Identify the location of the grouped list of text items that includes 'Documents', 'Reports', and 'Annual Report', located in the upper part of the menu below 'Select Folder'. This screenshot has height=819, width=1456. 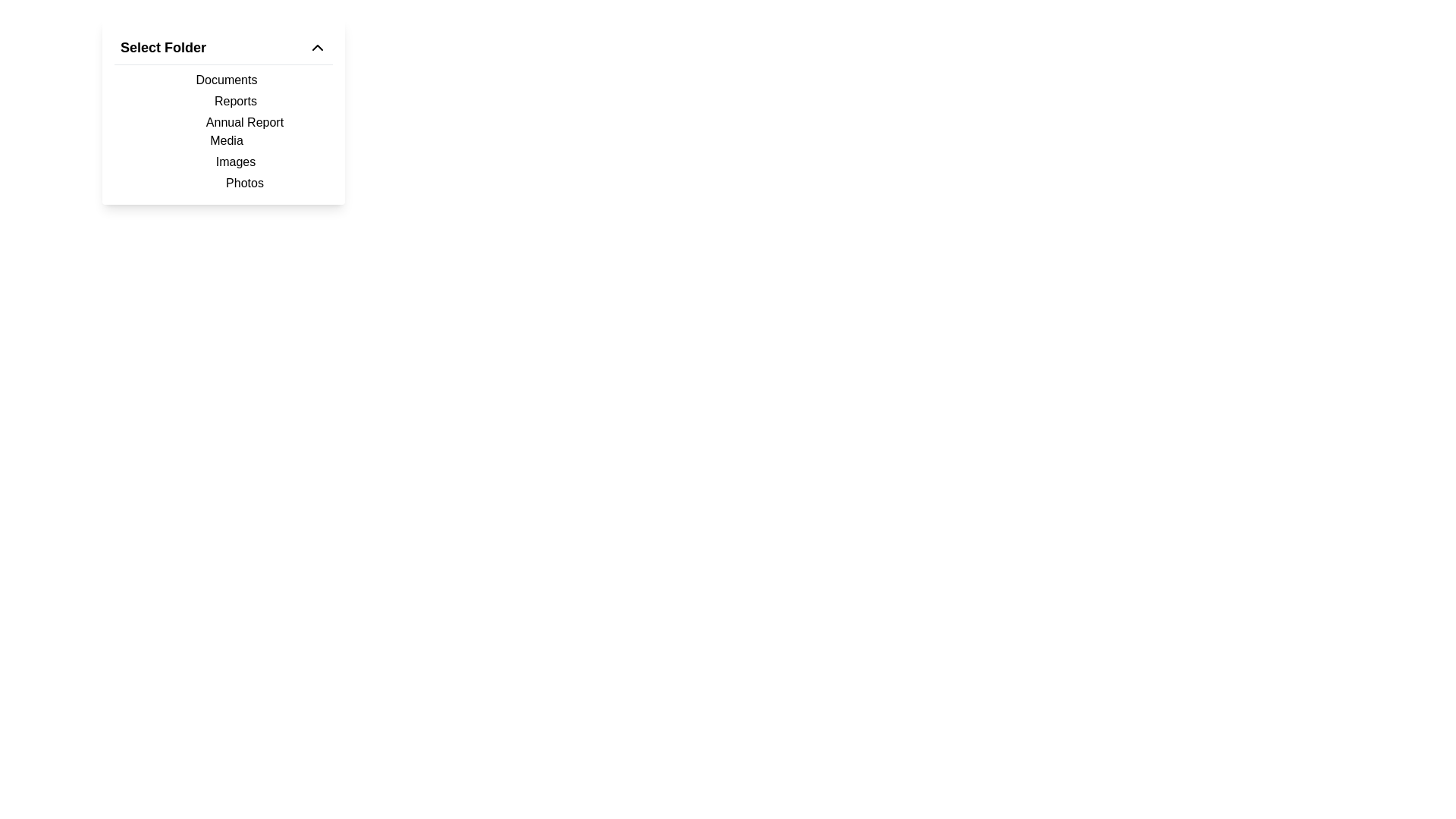
(222, 102).